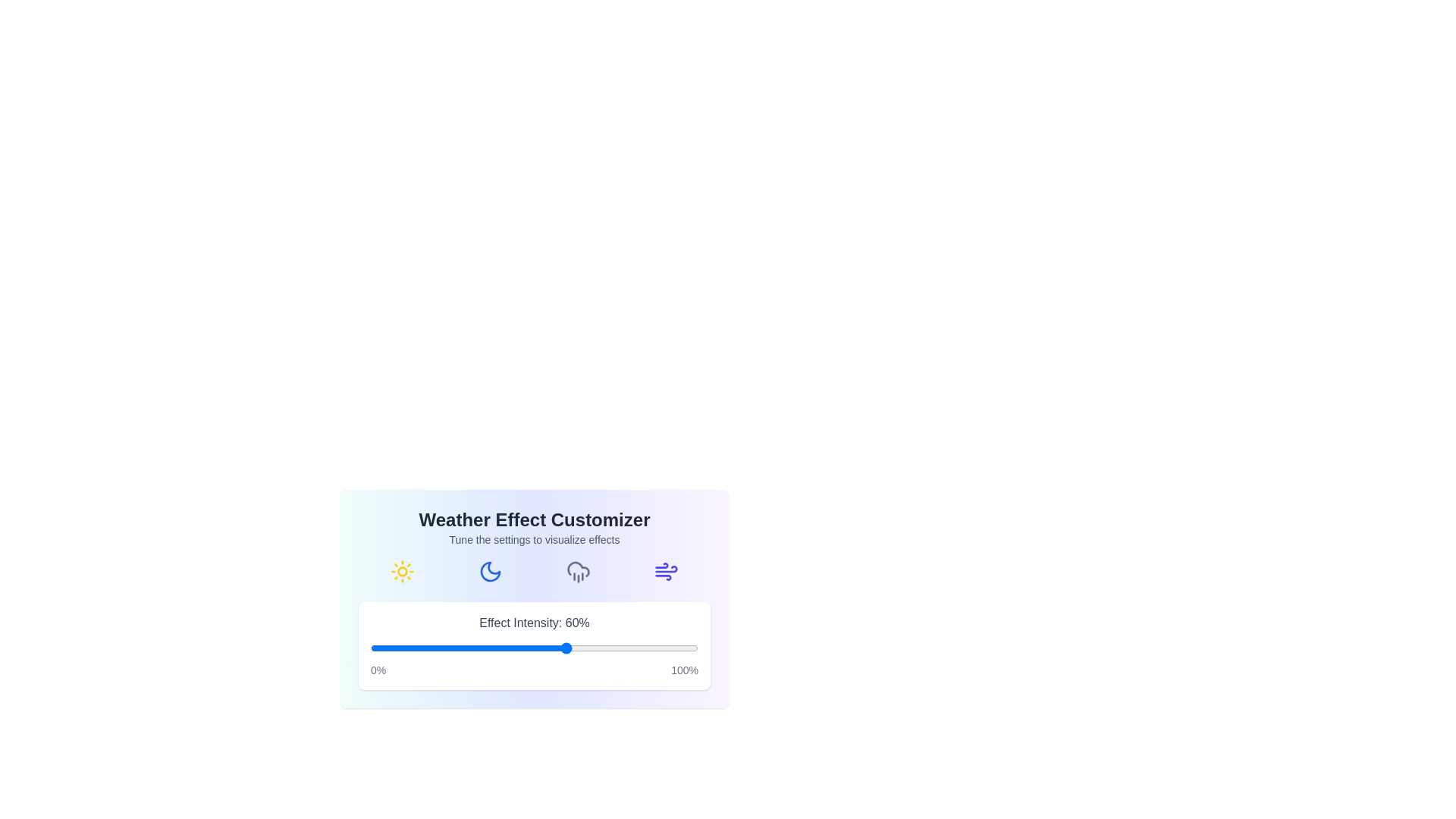 This screenshot has height=819, width=1456. Describe the element at coordinates (684, 669) in the screenshot. I see `the text label displaying '100%' in gray font located at the bottom-right corner of the card interface` at that location.